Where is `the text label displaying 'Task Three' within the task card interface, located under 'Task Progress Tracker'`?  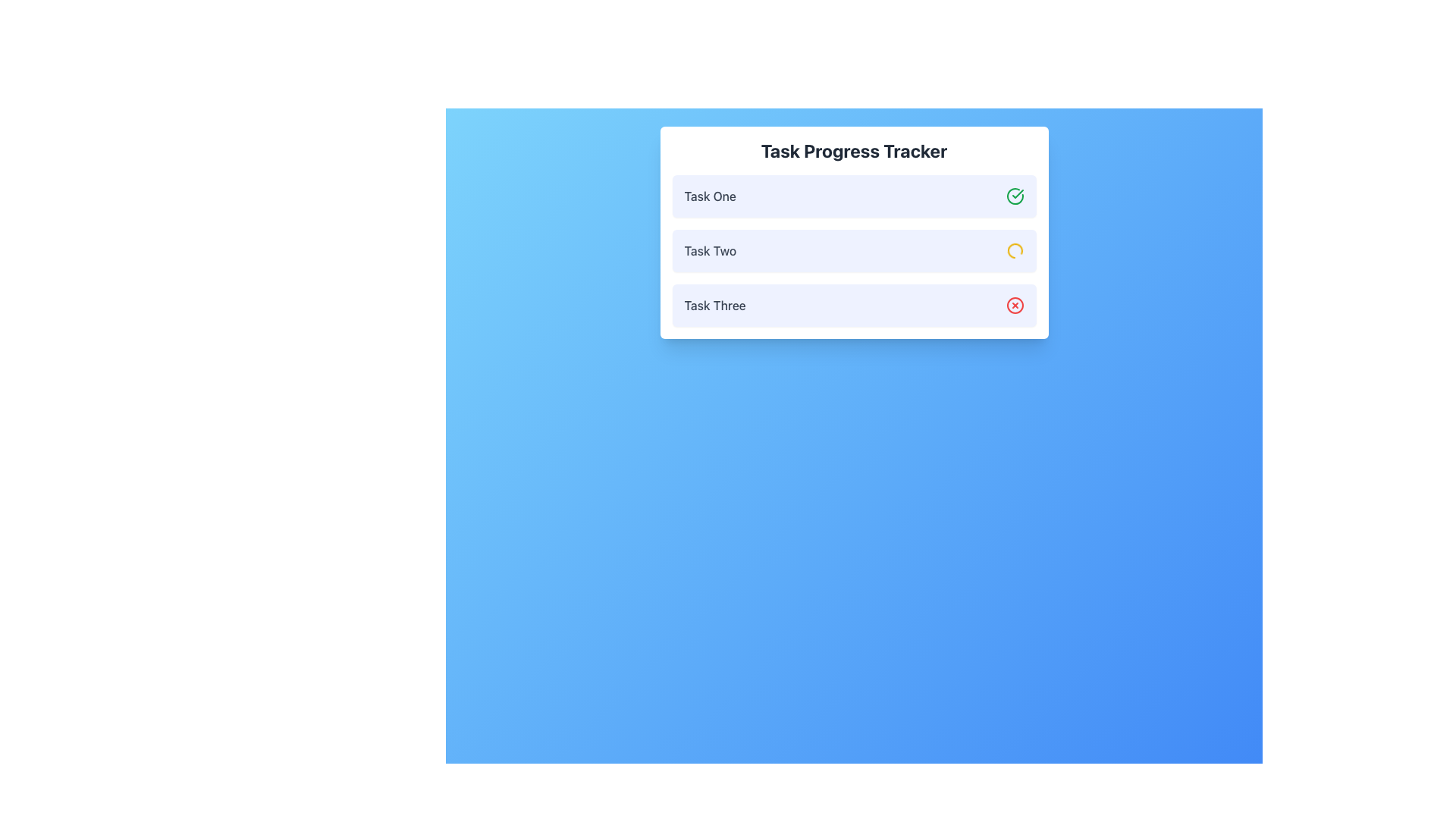 the text label displaying 'Task Three' within the task card interface, located under 'Task Progress Tracker' is located at coordinates (714, 305).